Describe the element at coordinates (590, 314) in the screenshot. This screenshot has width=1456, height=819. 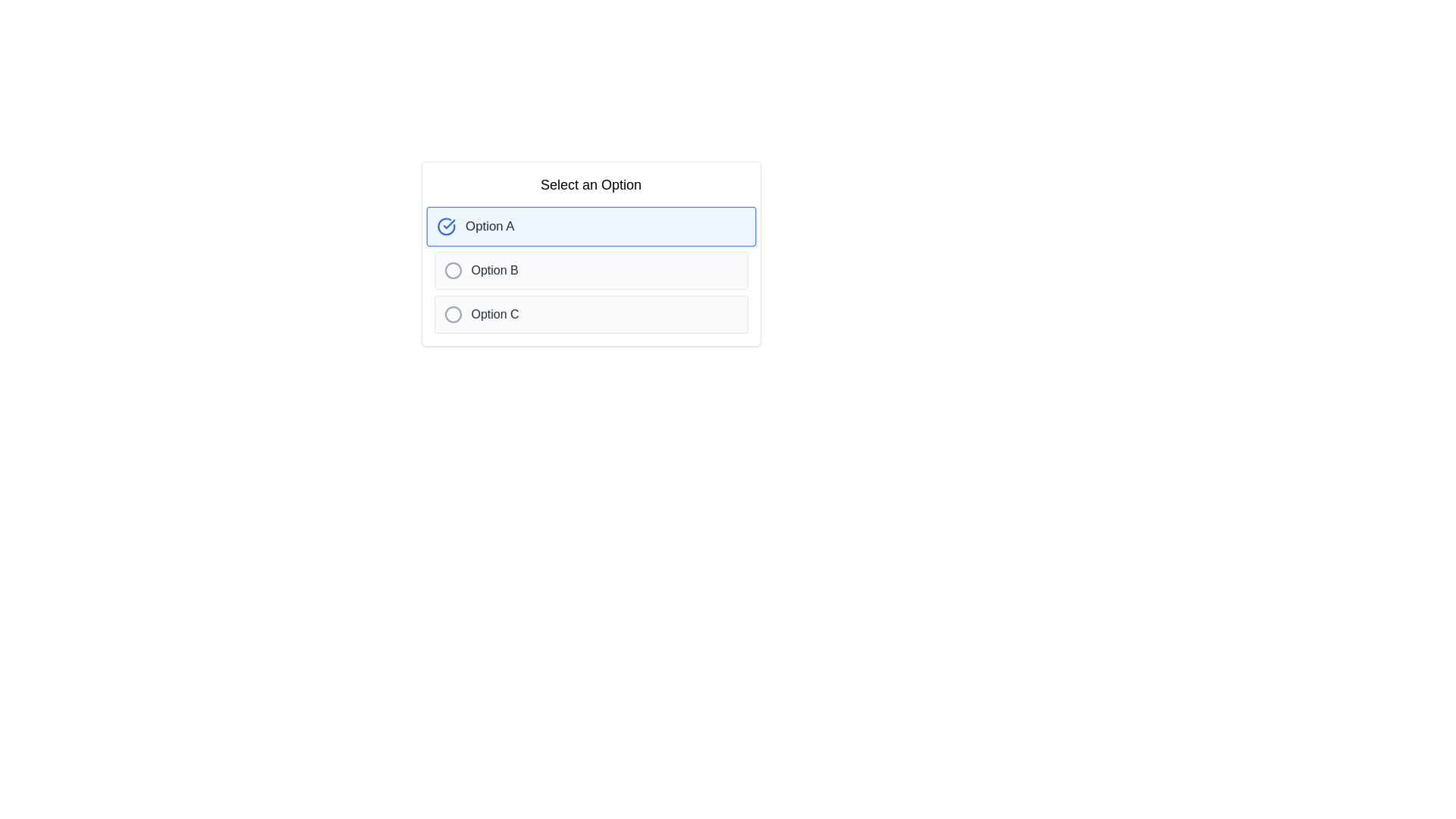
I see `the third radio button option in the selection group located below 'Option B'` at that location.